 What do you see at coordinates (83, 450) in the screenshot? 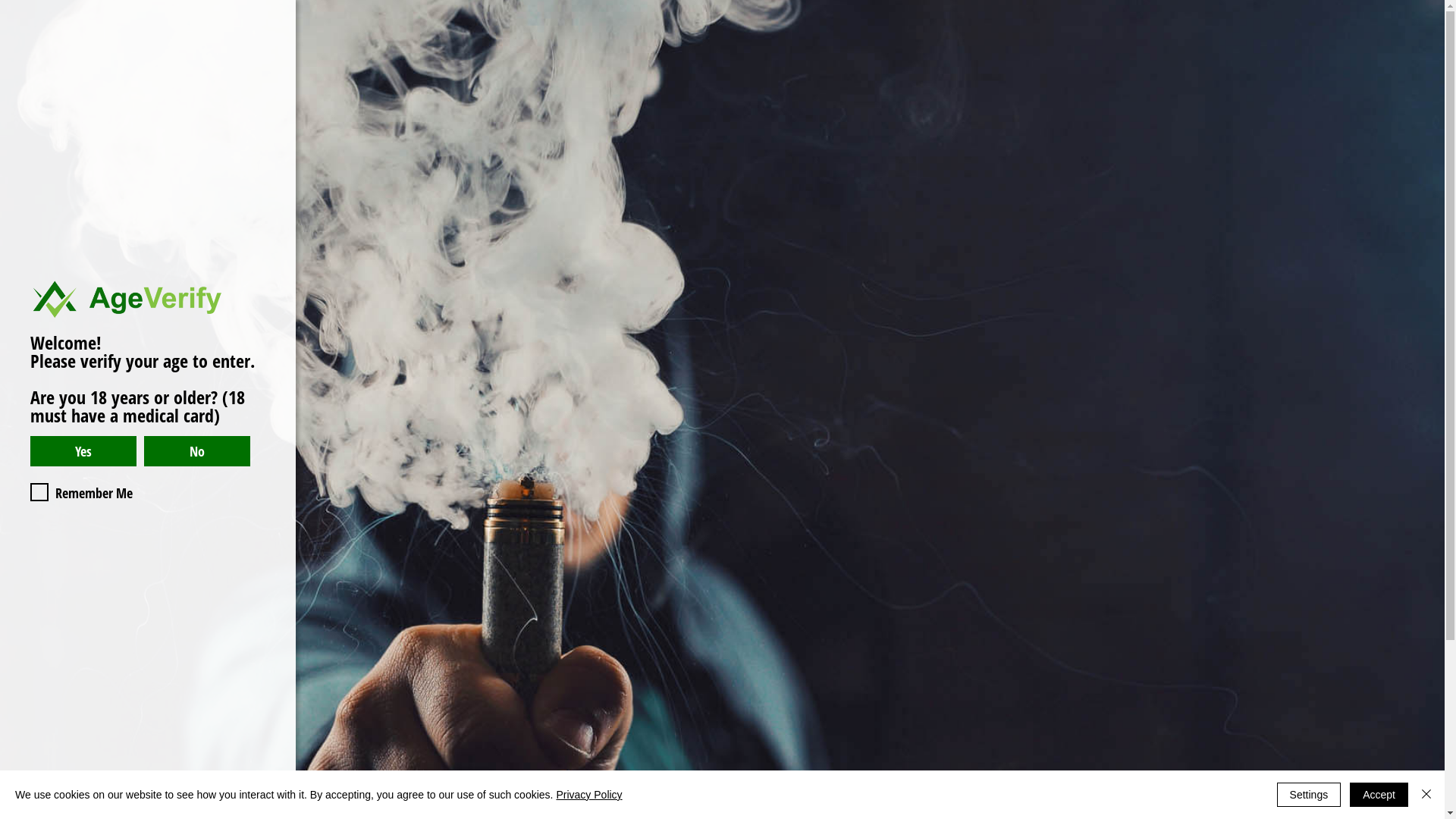
I see `'Yes'` at bounding box center [83, 450].